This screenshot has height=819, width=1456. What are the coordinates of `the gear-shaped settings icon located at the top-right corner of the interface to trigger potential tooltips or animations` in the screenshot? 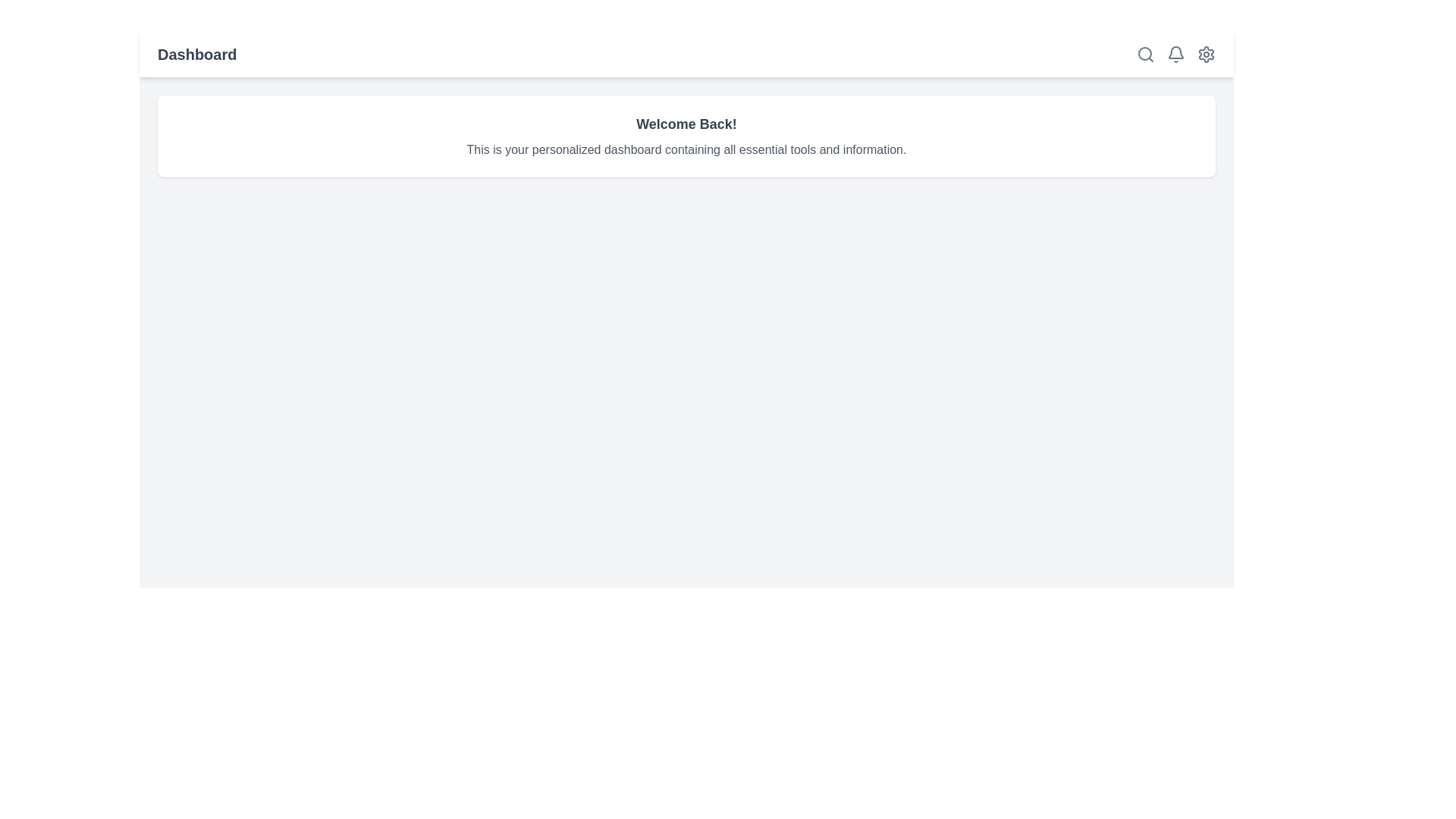 It's located at (1205, 54).